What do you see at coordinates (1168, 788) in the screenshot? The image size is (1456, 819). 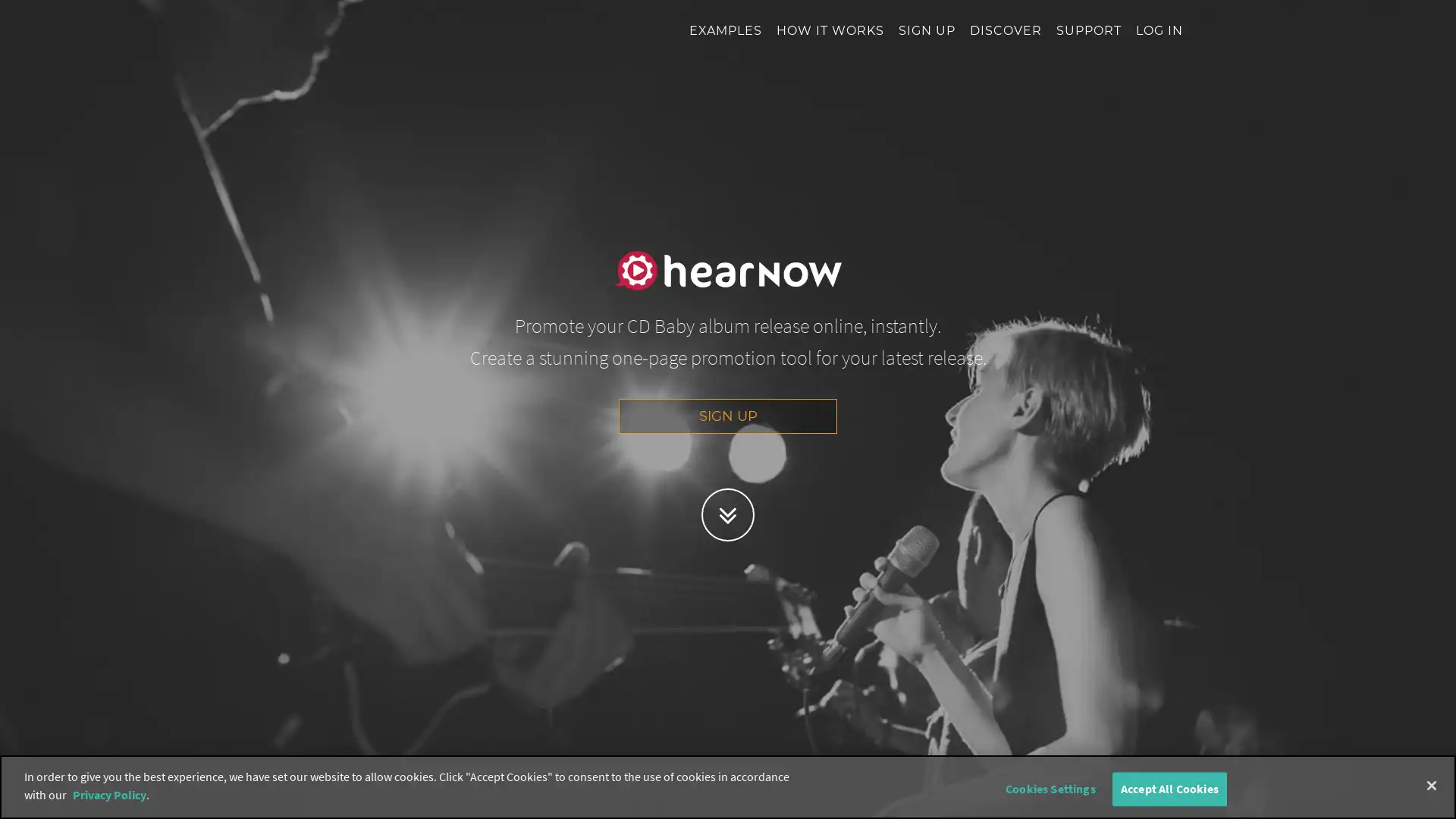 I see `Accept All Cookies` at bounding box center [1168, 788].